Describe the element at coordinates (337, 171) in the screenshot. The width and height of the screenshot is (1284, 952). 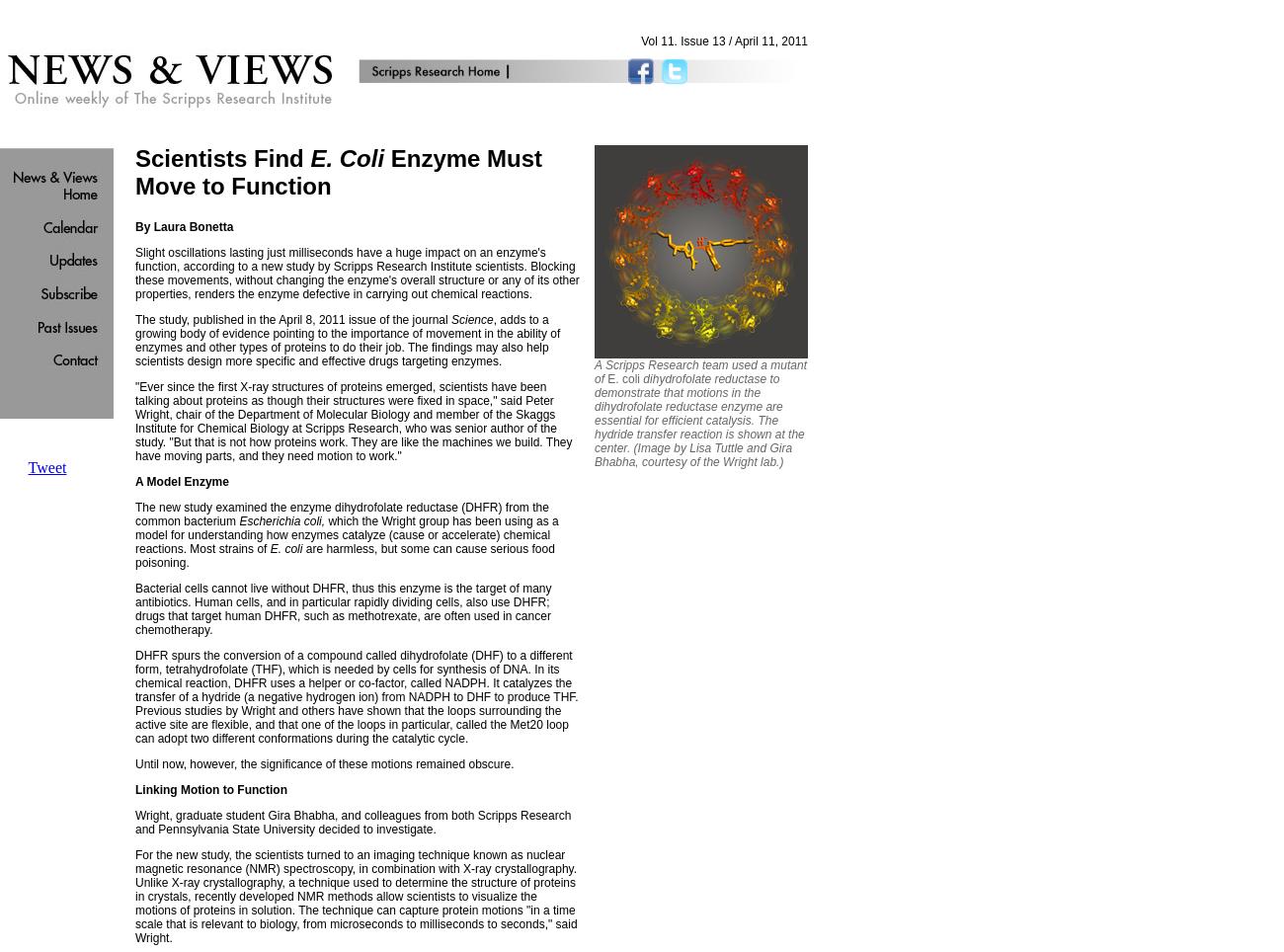
I see `'Enzyme Must Move to Function'` at that location.